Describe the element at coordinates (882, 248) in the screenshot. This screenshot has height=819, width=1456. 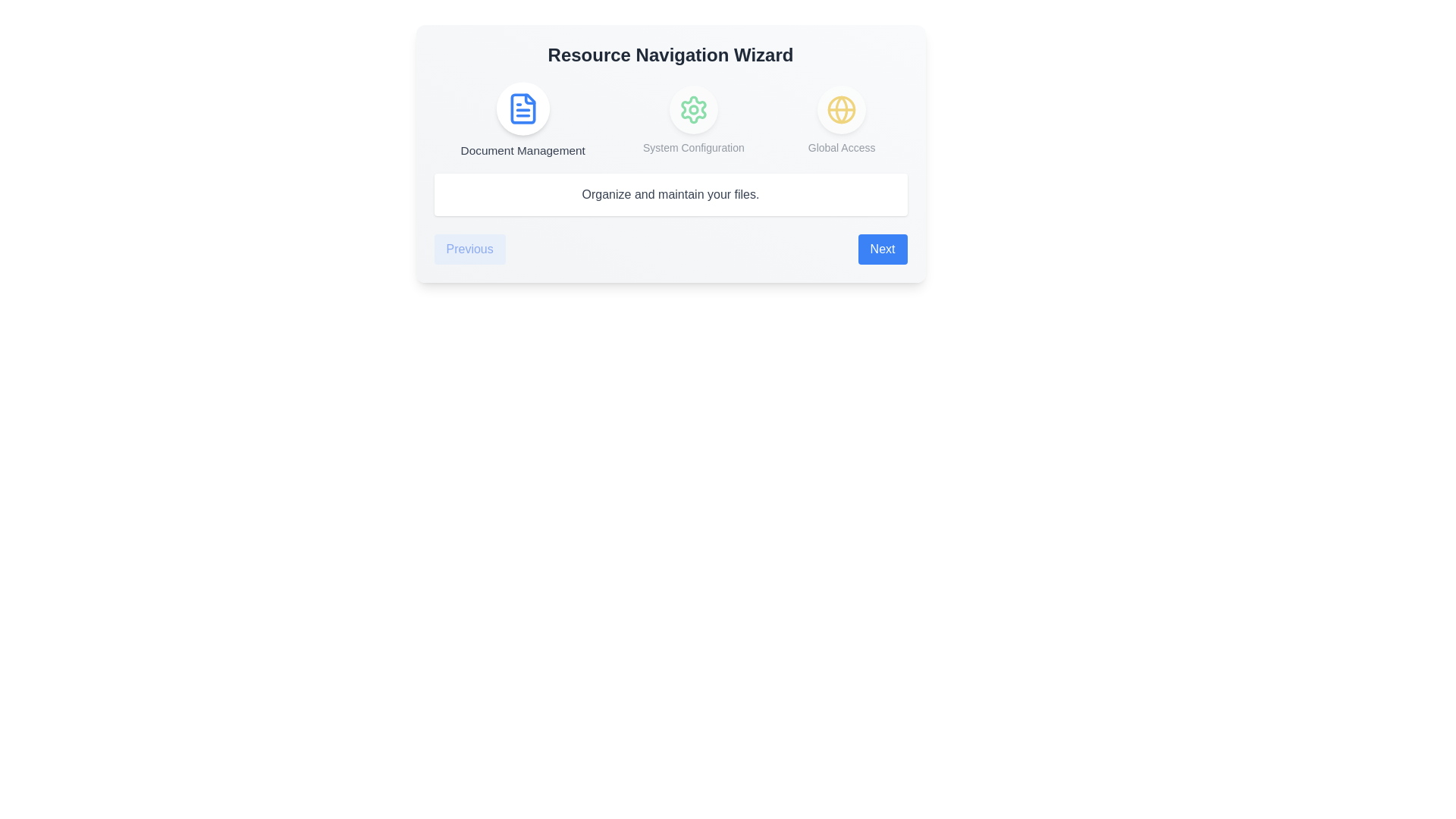
I see `the 'Next' button to proceed to the next step` at that location.